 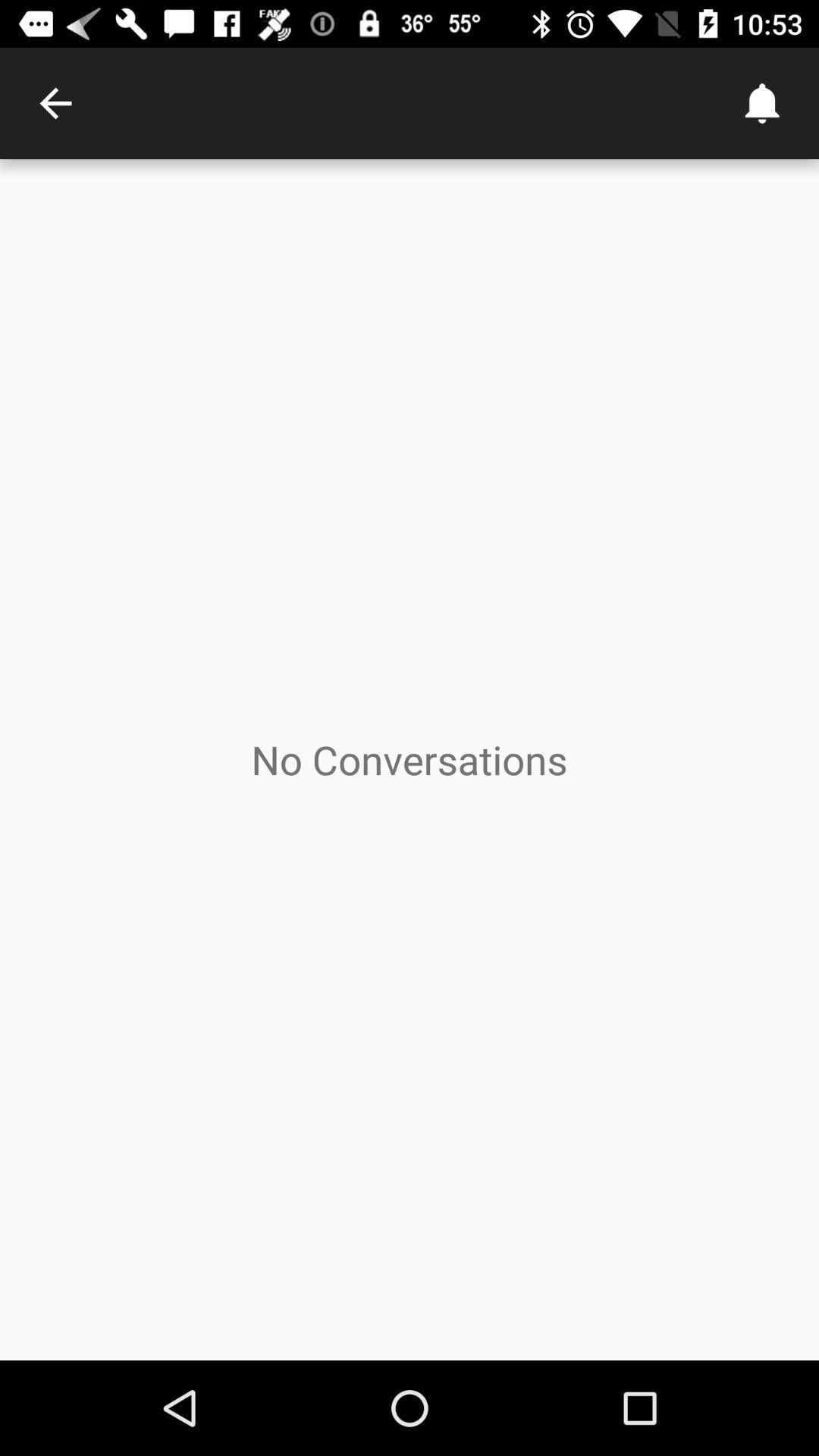 What do you see at coordinates (55, 102) in the screenshot?
I see `the item above the no conversations` at bounding box center [55, 102].